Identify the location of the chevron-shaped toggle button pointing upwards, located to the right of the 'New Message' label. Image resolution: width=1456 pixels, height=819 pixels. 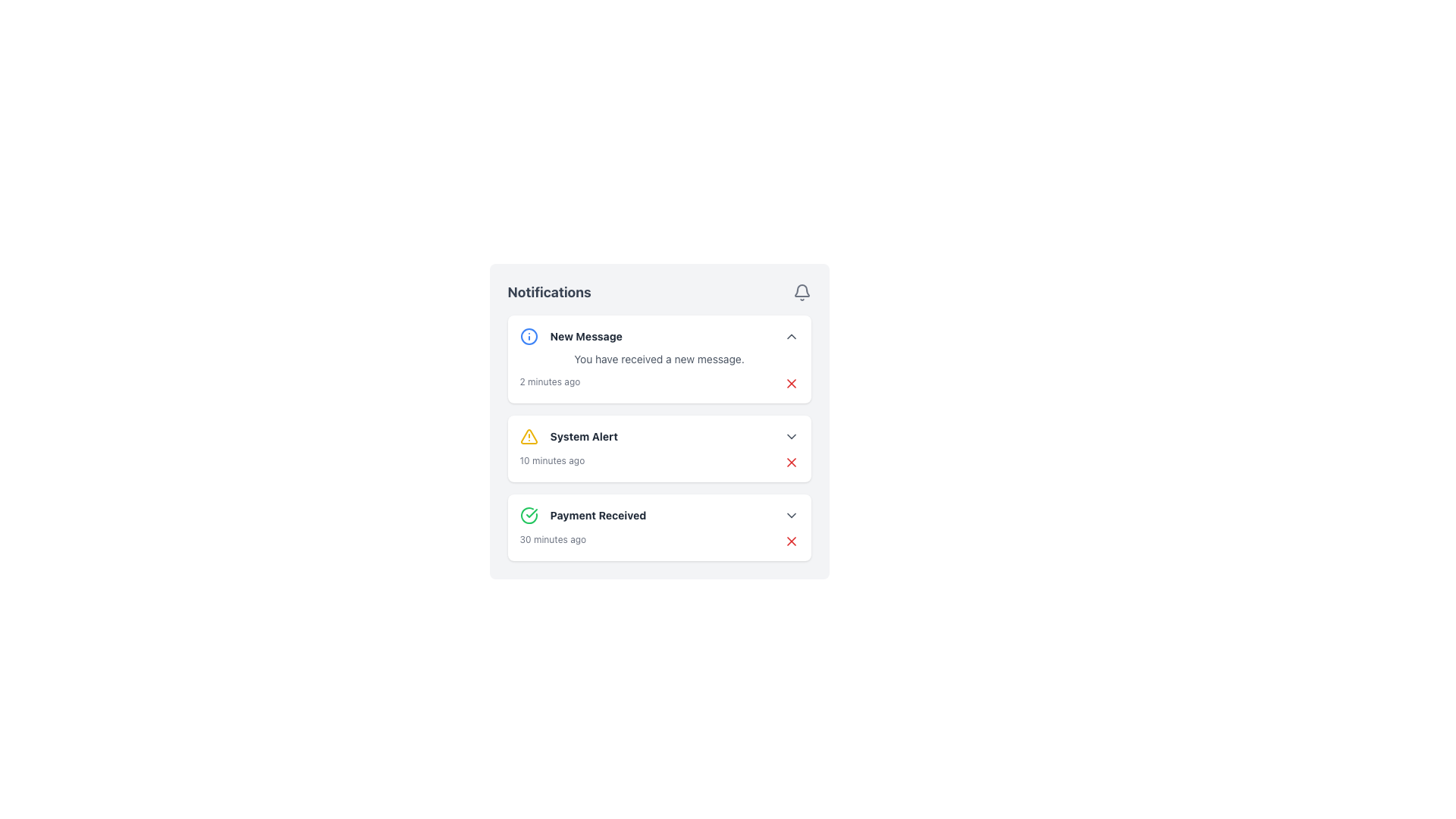
(790, 335).